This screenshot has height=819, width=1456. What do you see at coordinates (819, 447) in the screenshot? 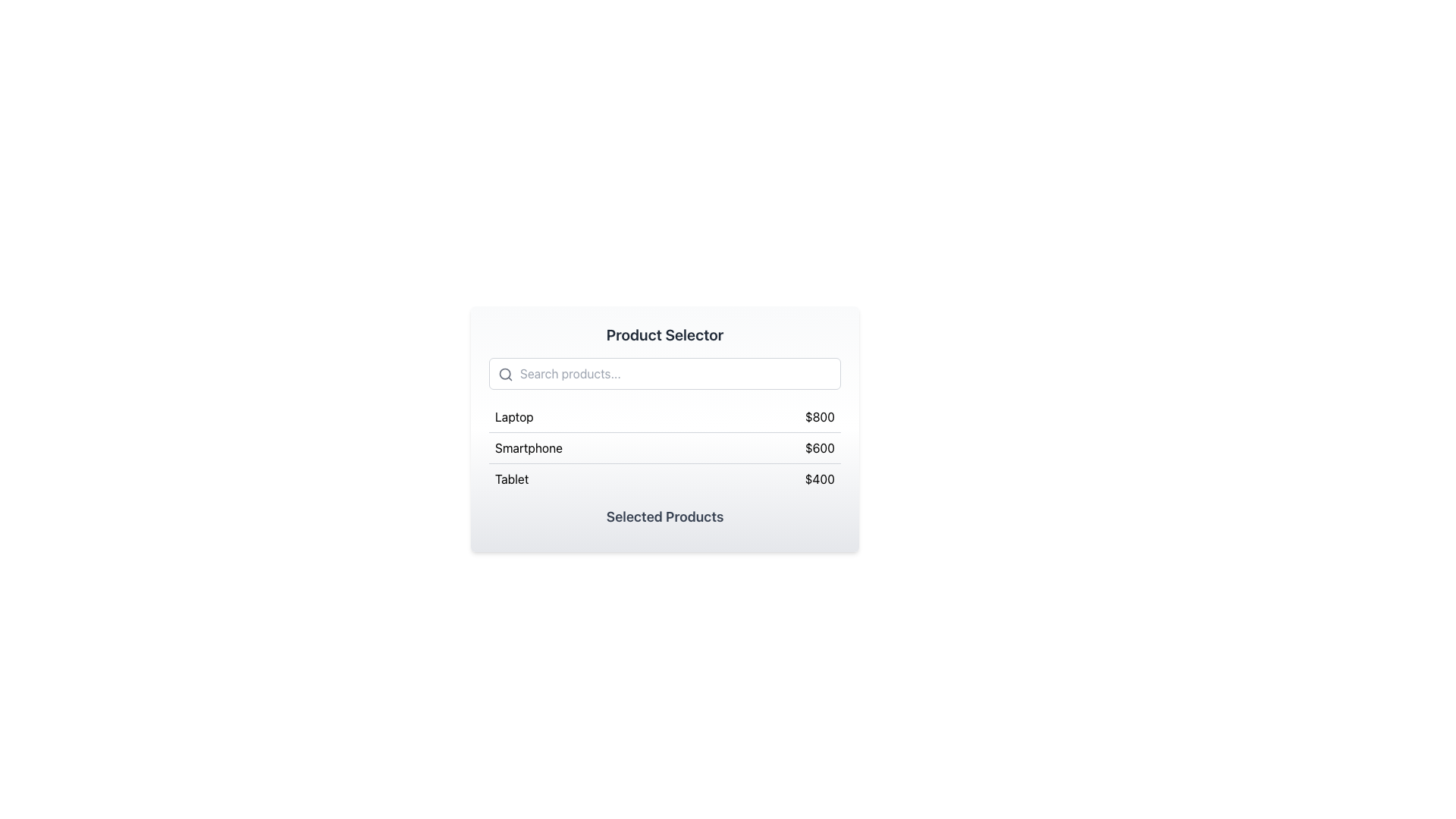
I see `the text label displaying '$600', which is positioned to the right of the 'Smartphone' label in the list` at bounding box center [819, 447].